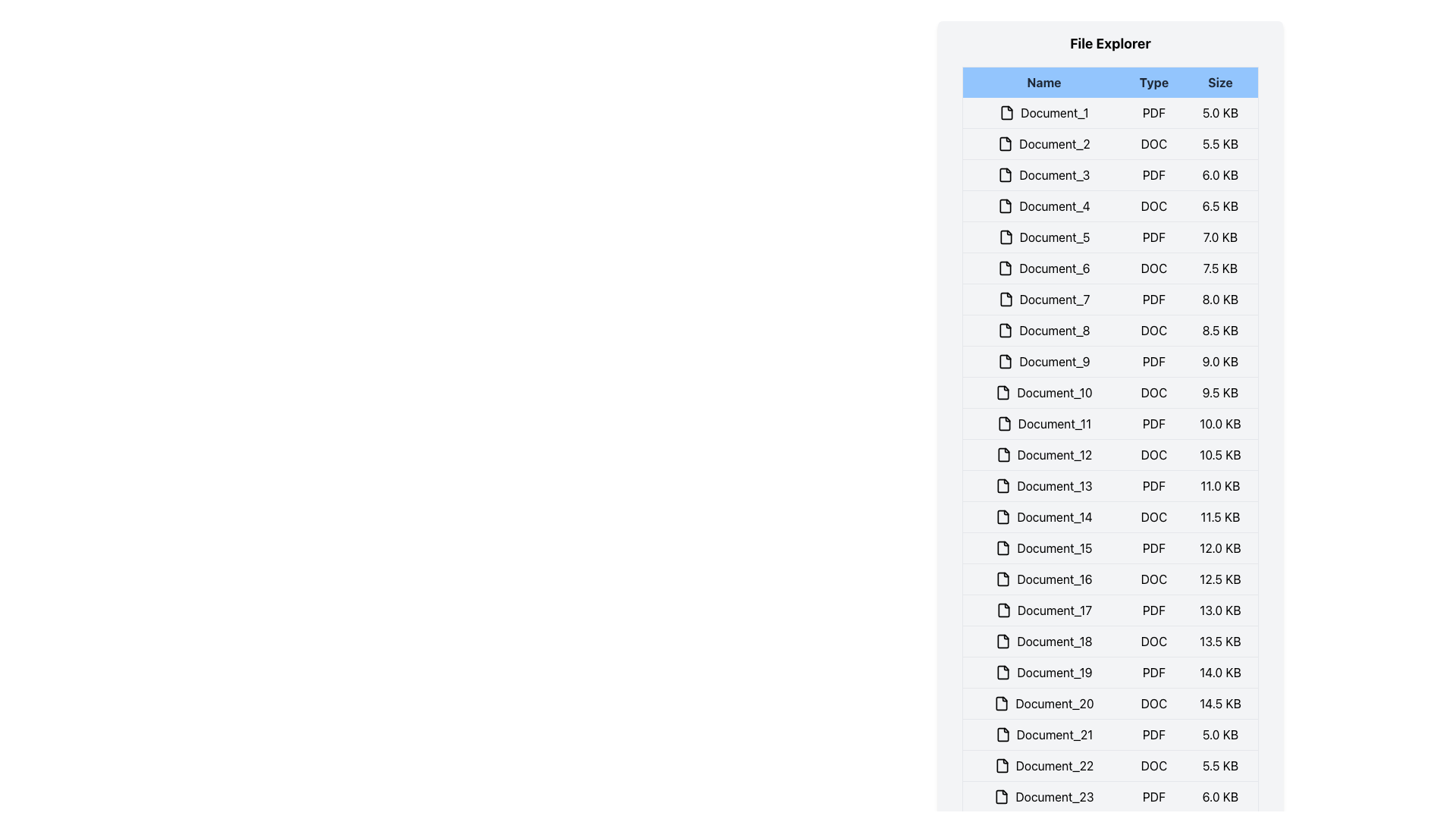  Describe the element at coordinates (1043, 704) in the screenshot. I see `the file entry labeled 'Document_20' in the file explorer` at that location.